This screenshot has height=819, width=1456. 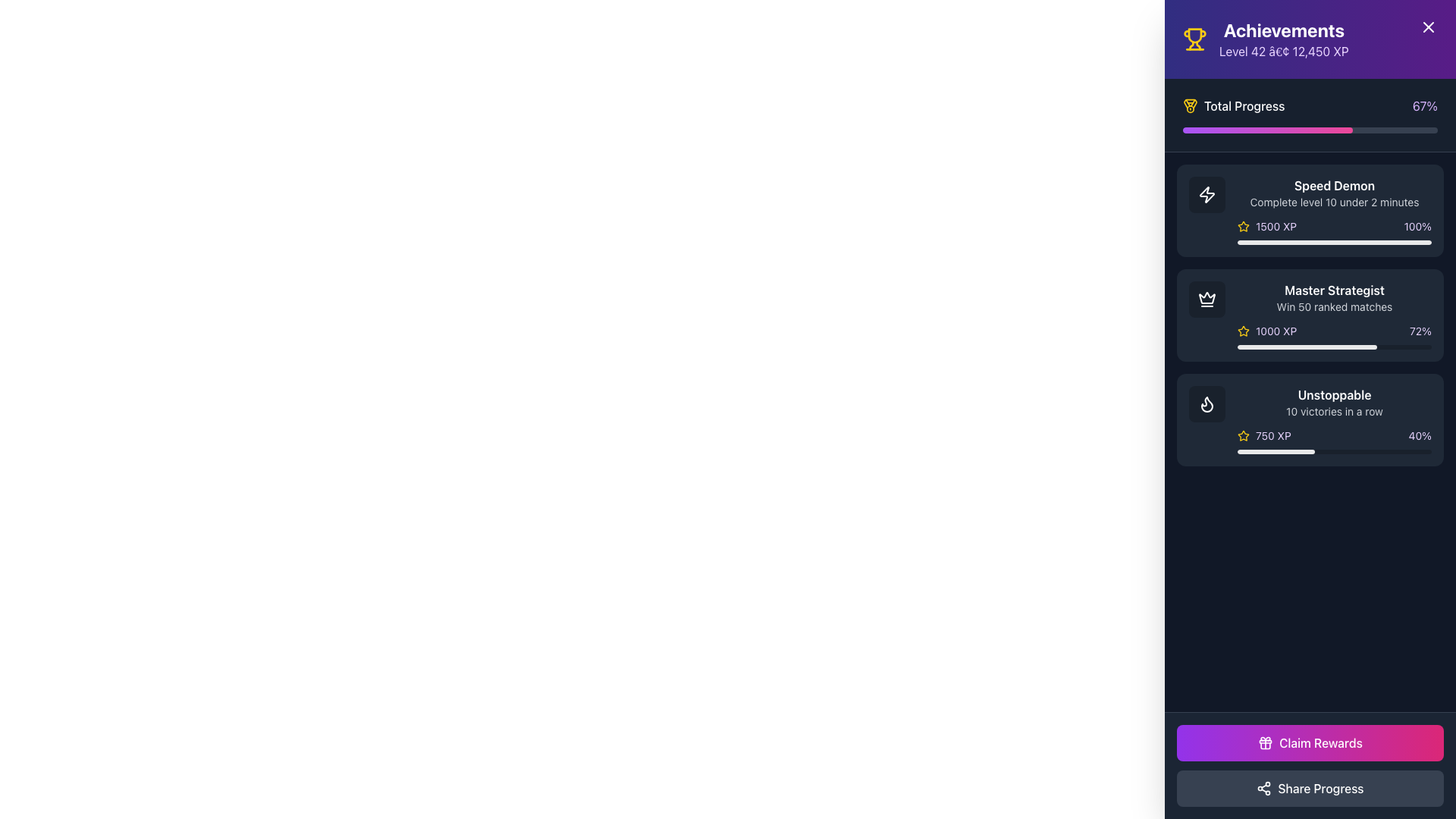 What do you see at coordinates (1335, 420) in the screenshot?
I see `the Achievement card titled 'Unstoppable', which displays '10 victories in a row', '750 XP', and '40%' along with a progress bar` at bounding box center [1335, 420].